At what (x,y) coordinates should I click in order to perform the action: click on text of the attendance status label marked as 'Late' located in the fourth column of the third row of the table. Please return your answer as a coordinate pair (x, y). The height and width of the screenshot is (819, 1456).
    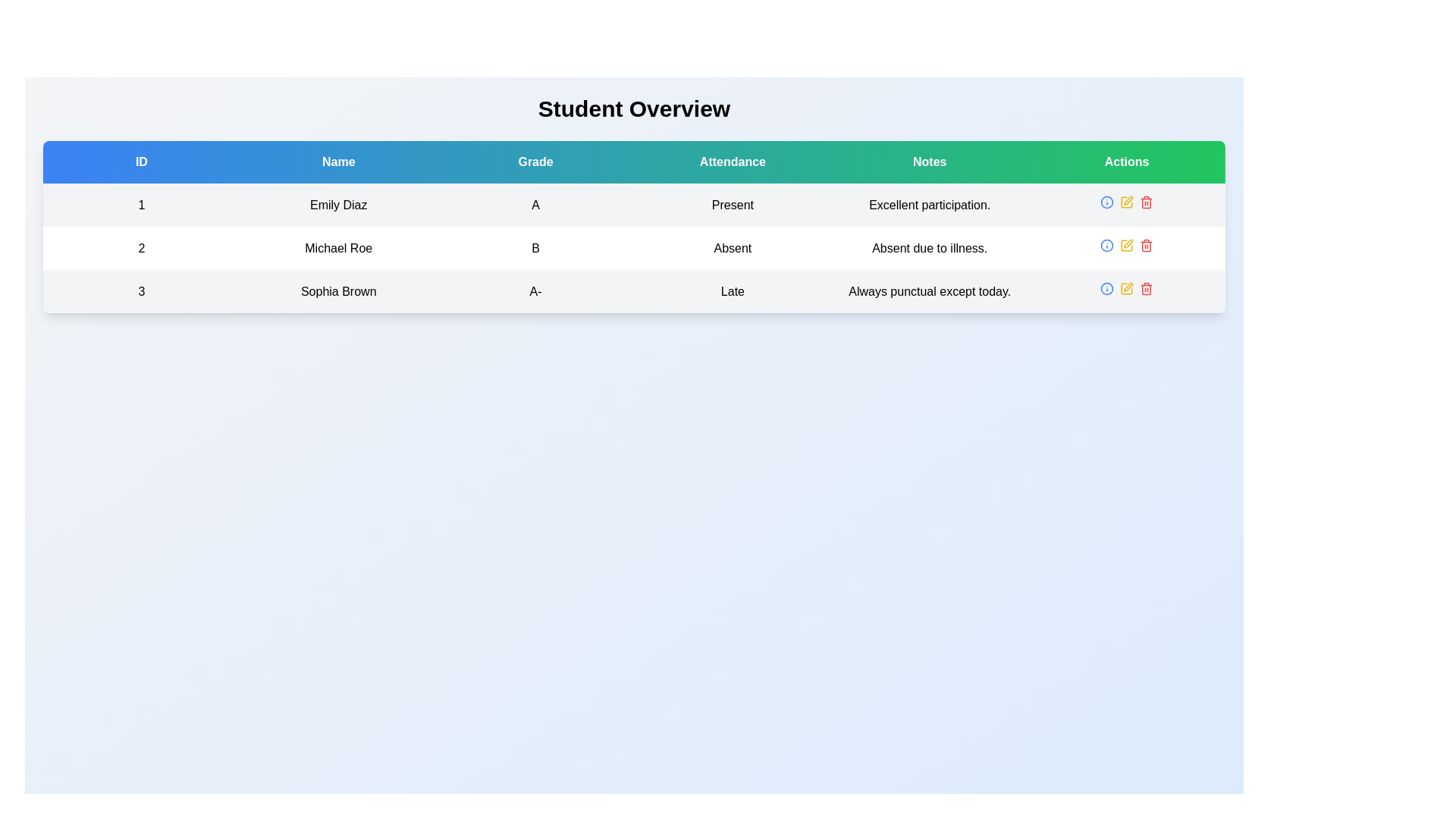
    Looking at the image, I should click on (733, 291).